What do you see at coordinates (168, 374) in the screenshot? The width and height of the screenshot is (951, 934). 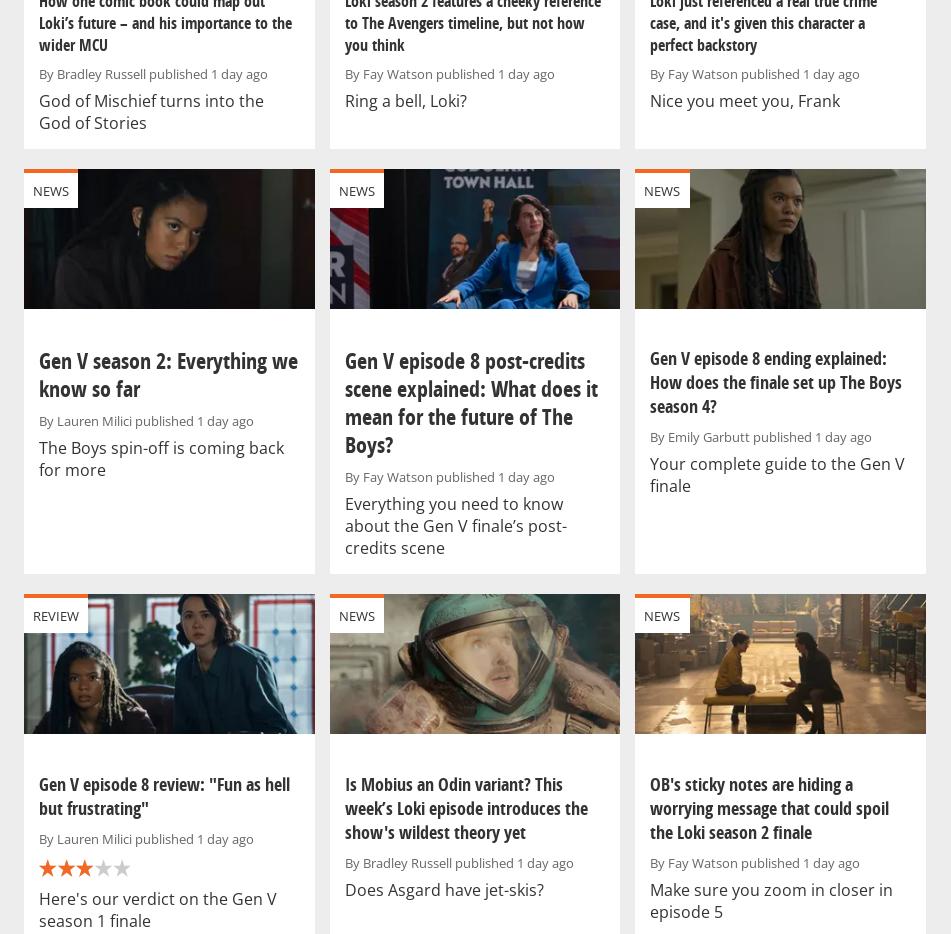 I see `'Gen V season 2: Everything we know so far'` at bounding box center [168, 374].